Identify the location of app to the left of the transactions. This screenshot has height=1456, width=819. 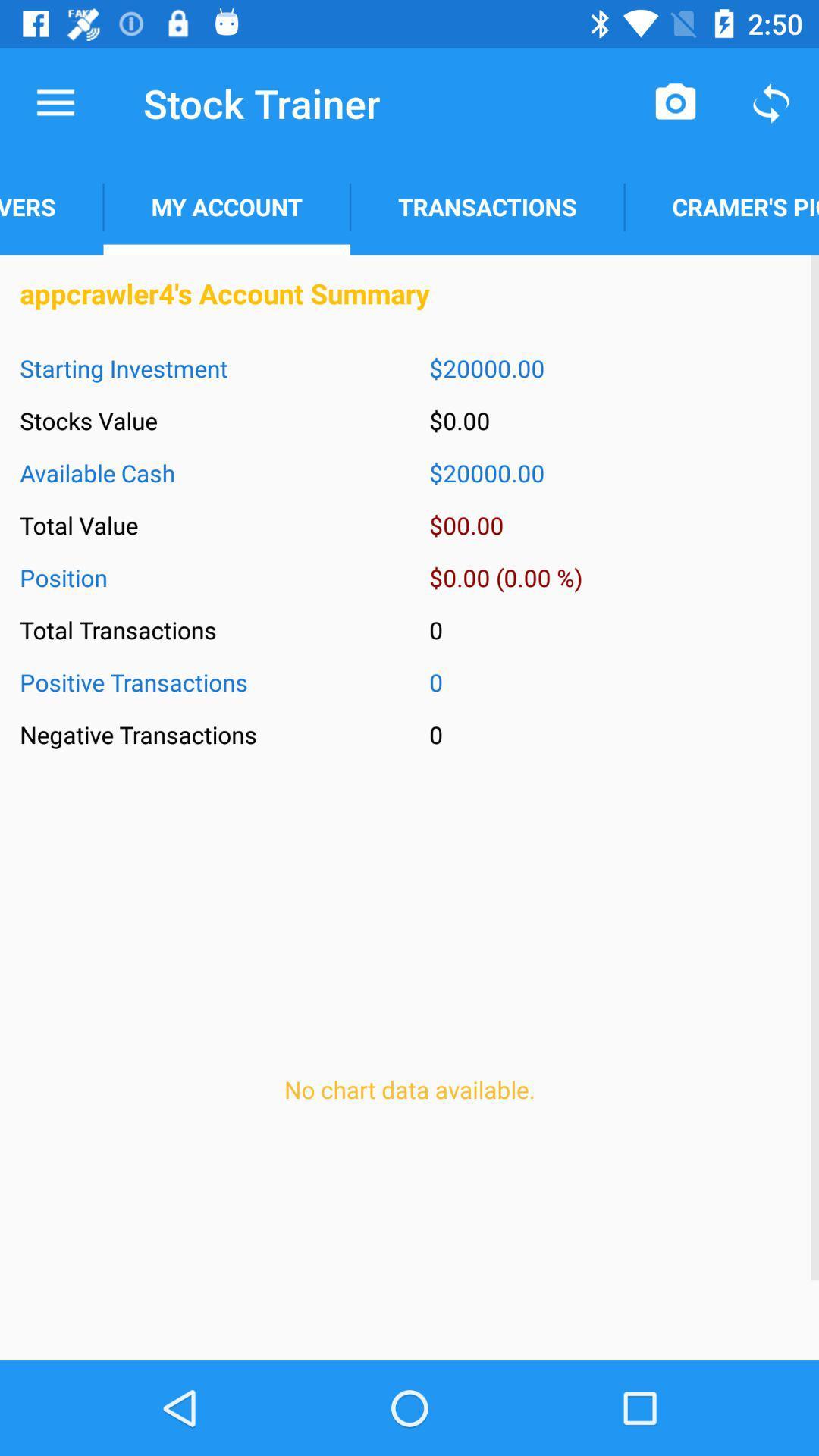
(227, 206).